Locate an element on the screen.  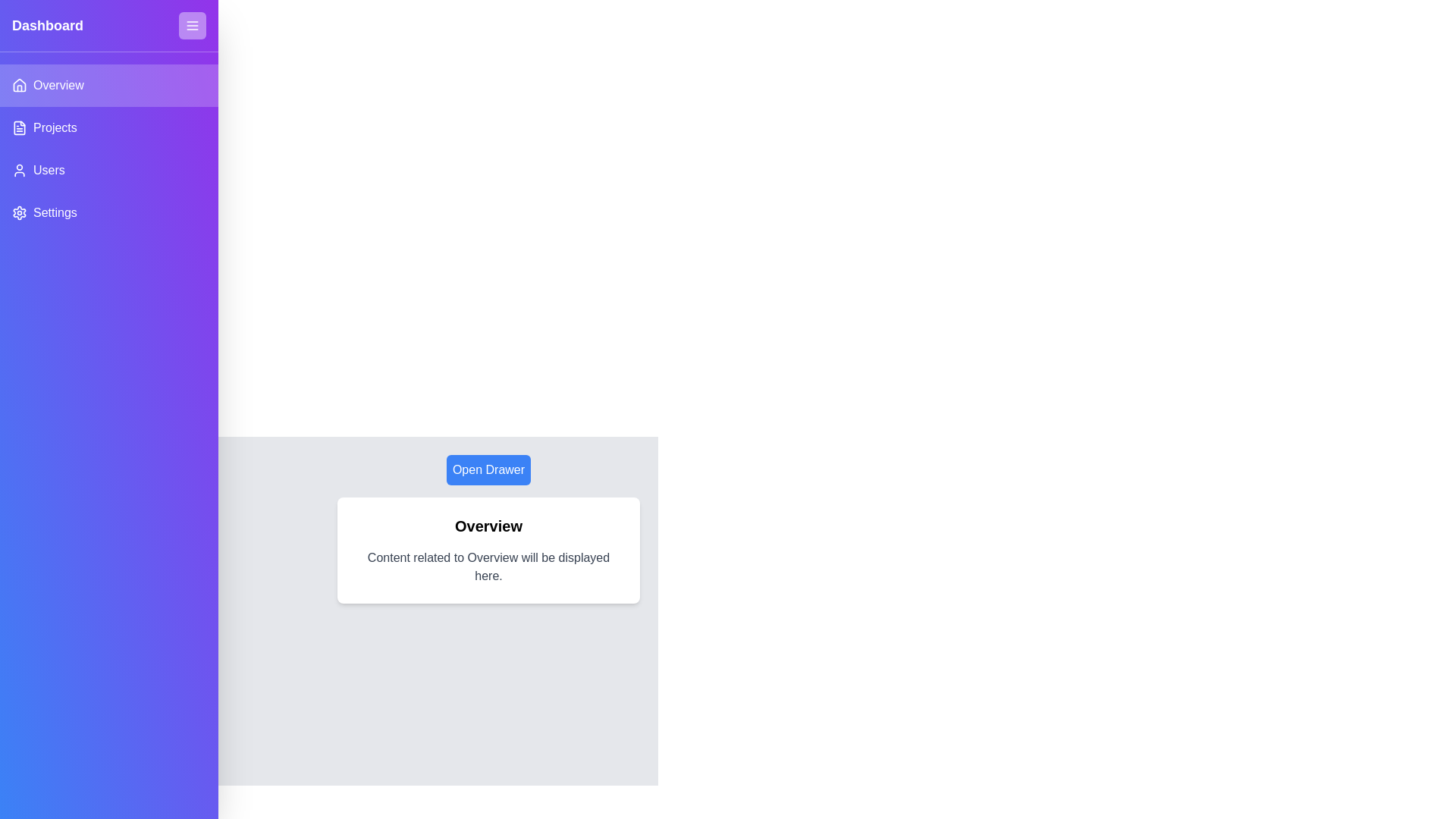
the menu item Overview from the list is located at coordinates (108, 85).